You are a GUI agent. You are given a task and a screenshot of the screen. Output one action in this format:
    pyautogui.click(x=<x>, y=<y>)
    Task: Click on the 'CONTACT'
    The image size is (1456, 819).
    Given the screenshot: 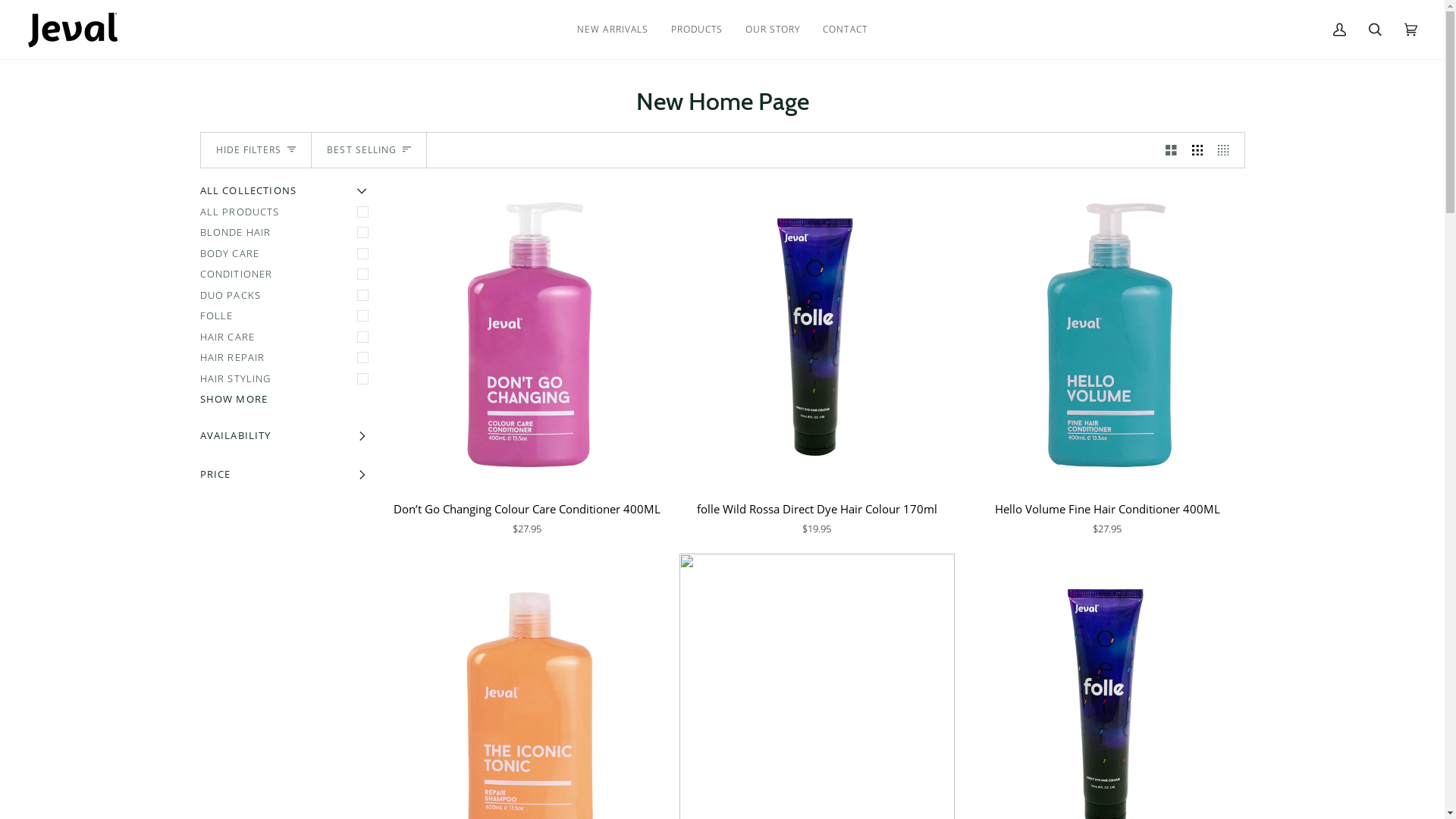 What is the action you would take?
    pyautogui.click(x=843, y=29)
    